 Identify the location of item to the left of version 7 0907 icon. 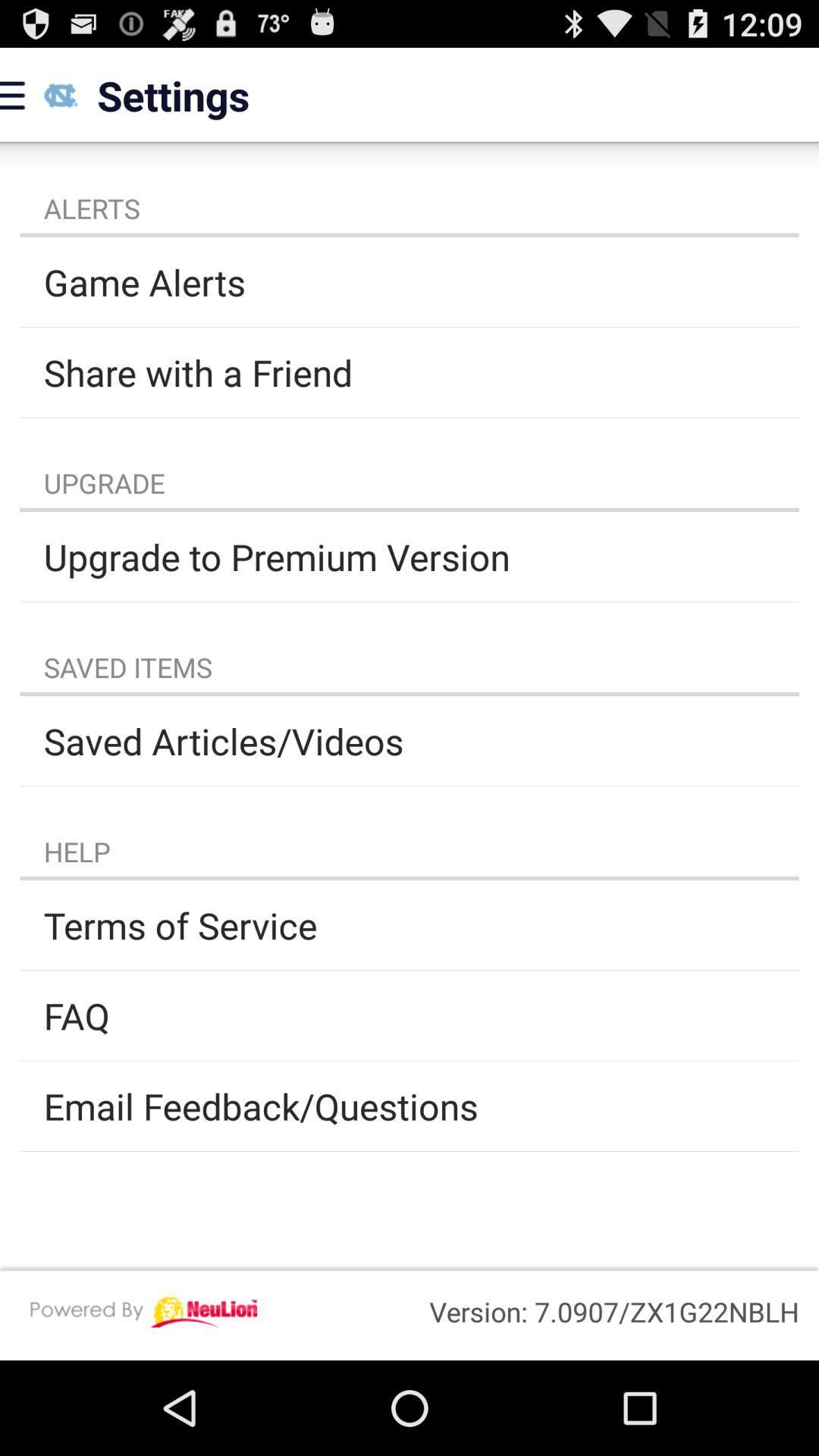
(143, 1311).